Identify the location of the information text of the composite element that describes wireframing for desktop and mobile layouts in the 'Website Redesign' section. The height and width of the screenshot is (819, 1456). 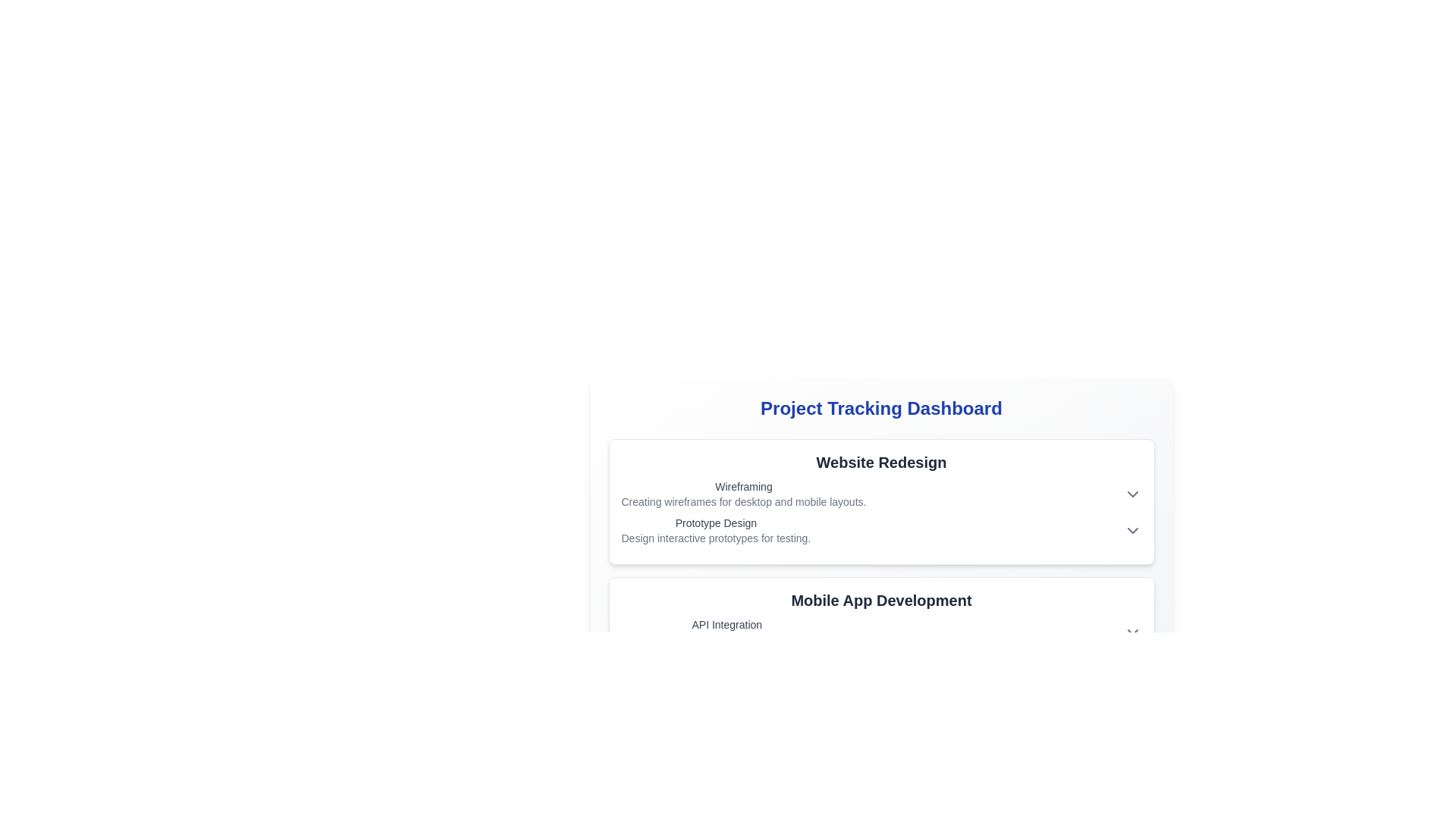
(881, 494).